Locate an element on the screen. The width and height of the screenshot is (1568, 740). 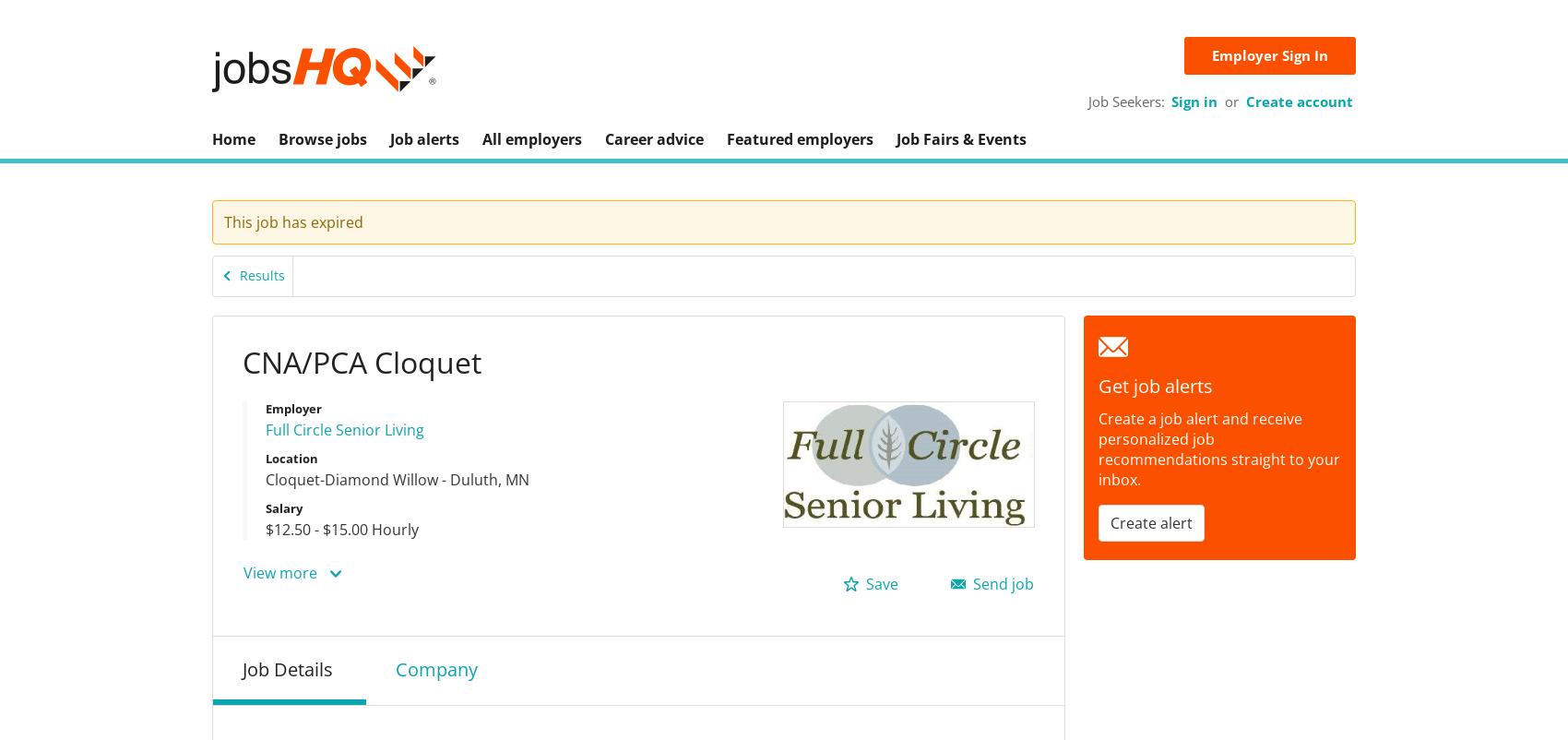
'Salary' is located at coordinates (284, 507).